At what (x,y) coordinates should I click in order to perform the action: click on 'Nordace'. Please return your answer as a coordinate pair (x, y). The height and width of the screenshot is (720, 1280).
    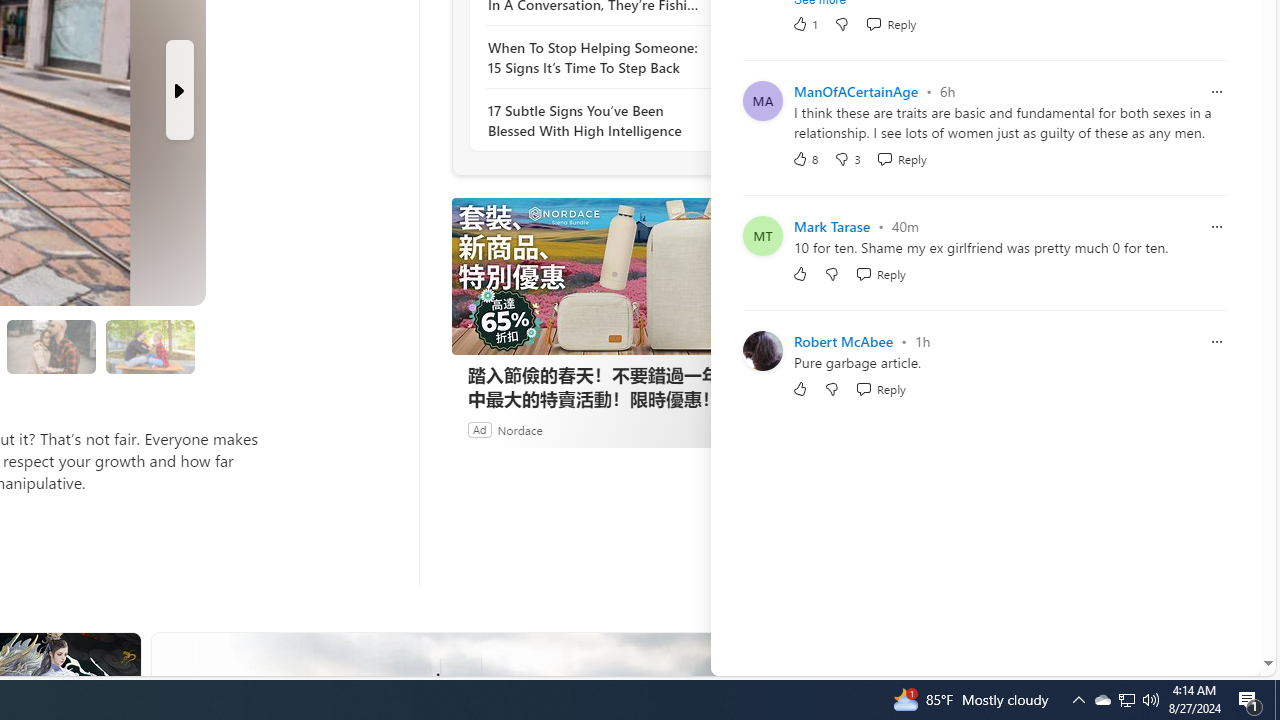
    Looking at the image, I should click on (519, 428).